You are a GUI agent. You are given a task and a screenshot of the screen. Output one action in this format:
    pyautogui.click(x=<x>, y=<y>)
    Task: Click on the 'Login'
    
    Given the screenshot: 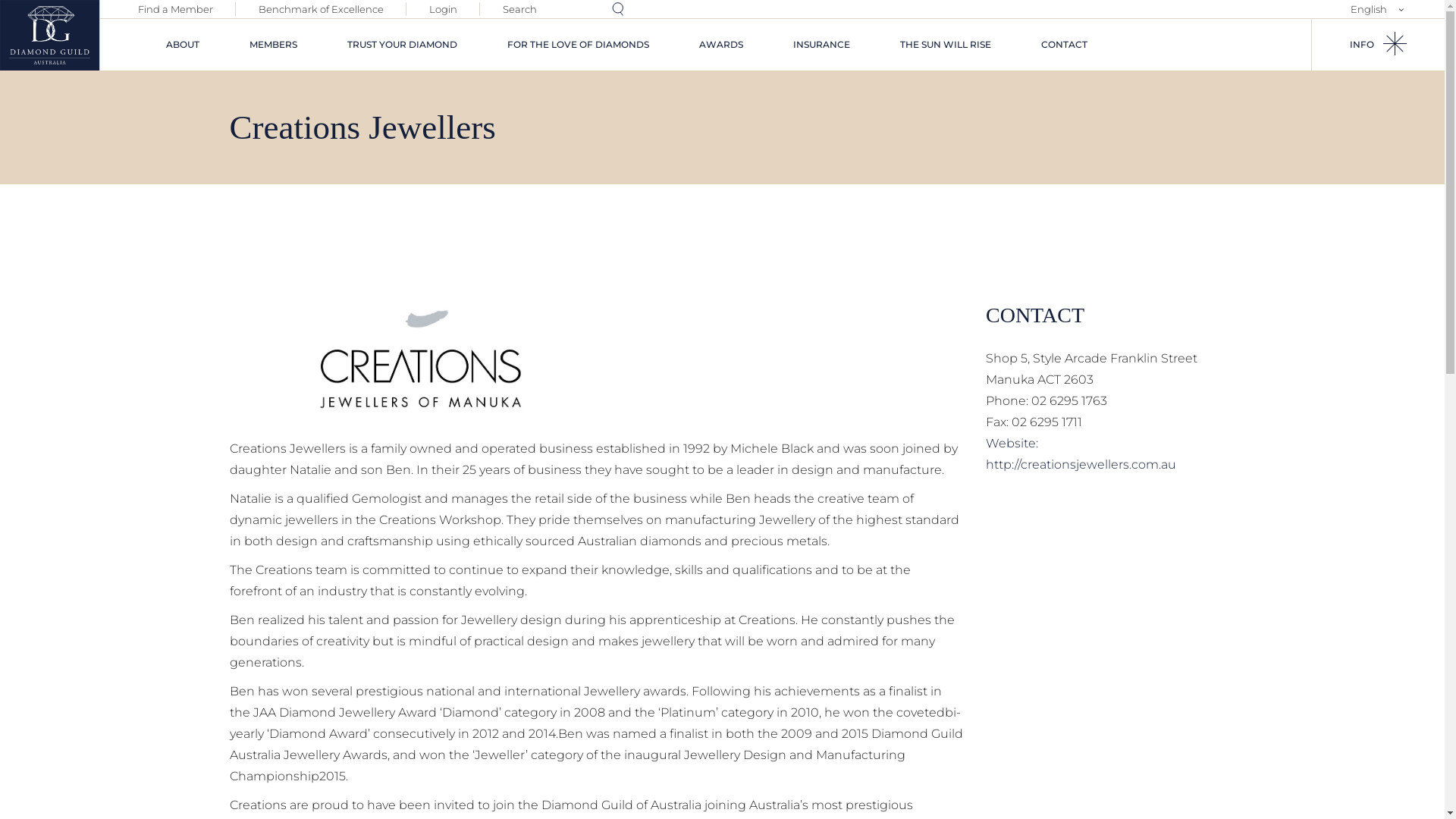 What is the action you would take?
    pyautogui.click(x=442, y=8)
    